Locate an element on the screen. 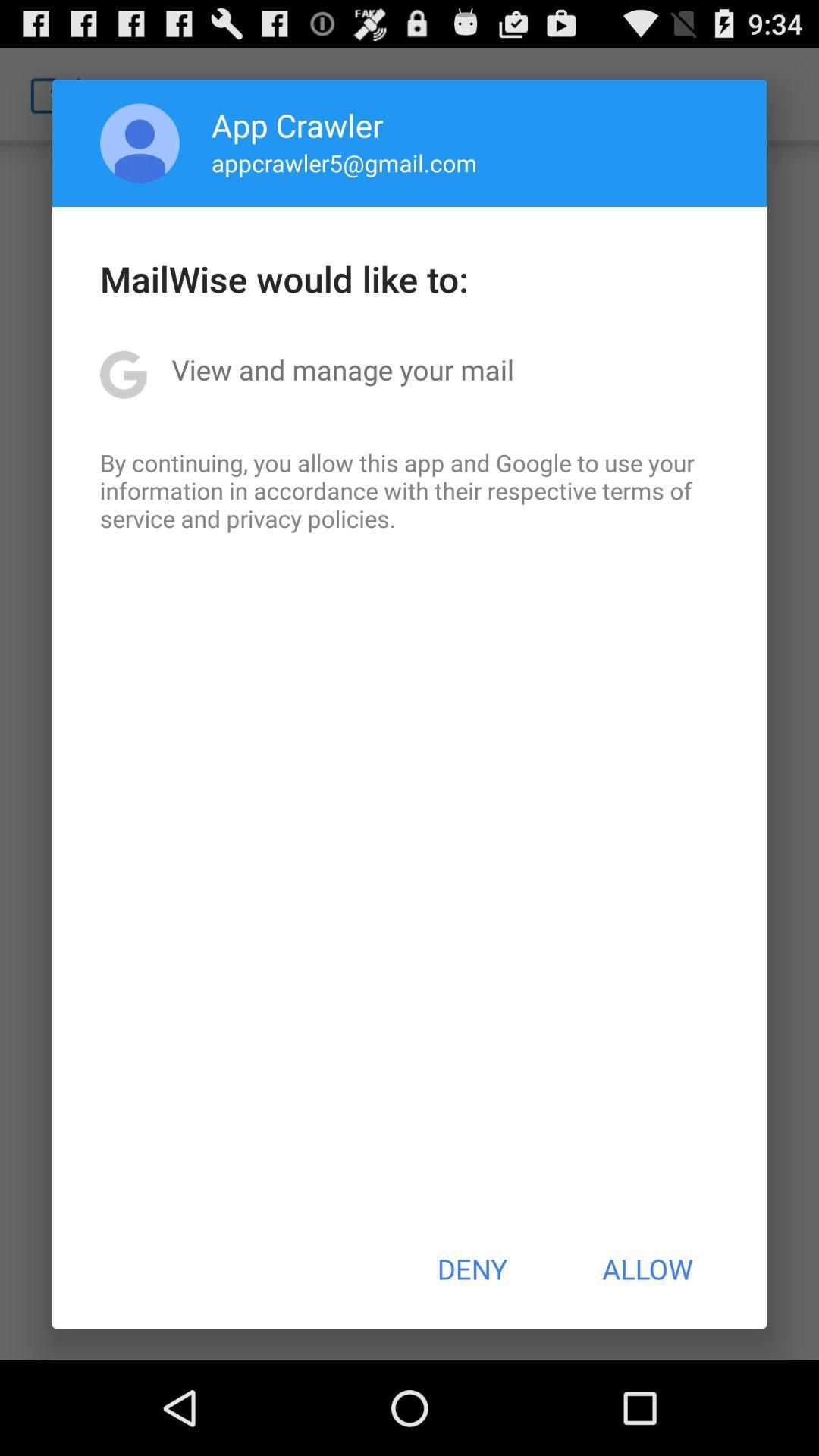 The width and height of the screenshot is (819, 1456). the icon to the left of the allow item is located at coordinates (471, 1269).